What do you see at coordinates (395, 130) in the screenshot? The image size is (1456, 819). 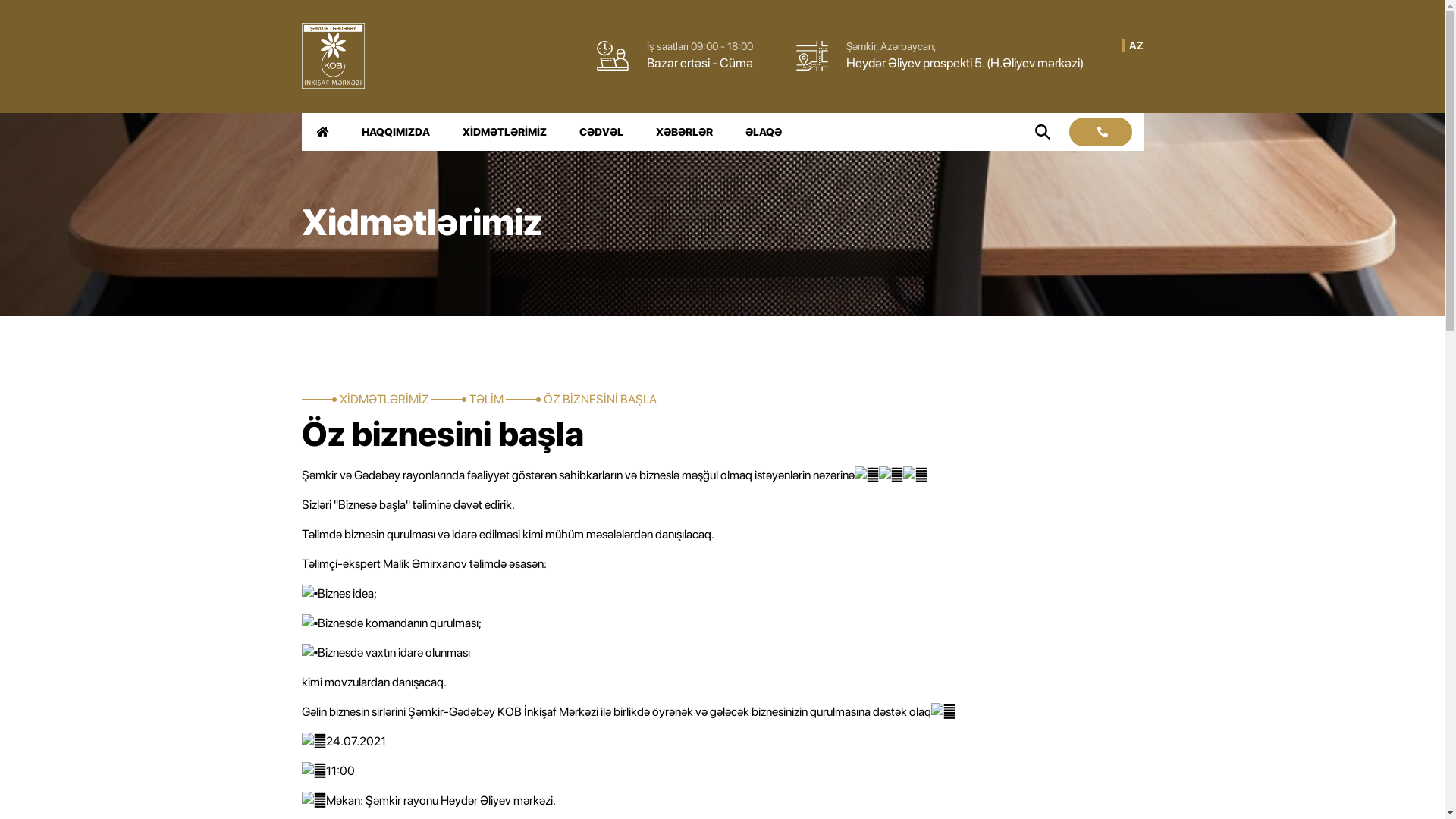 I see `'HAQQIMIZDA'` at bounding box center [395, 130].